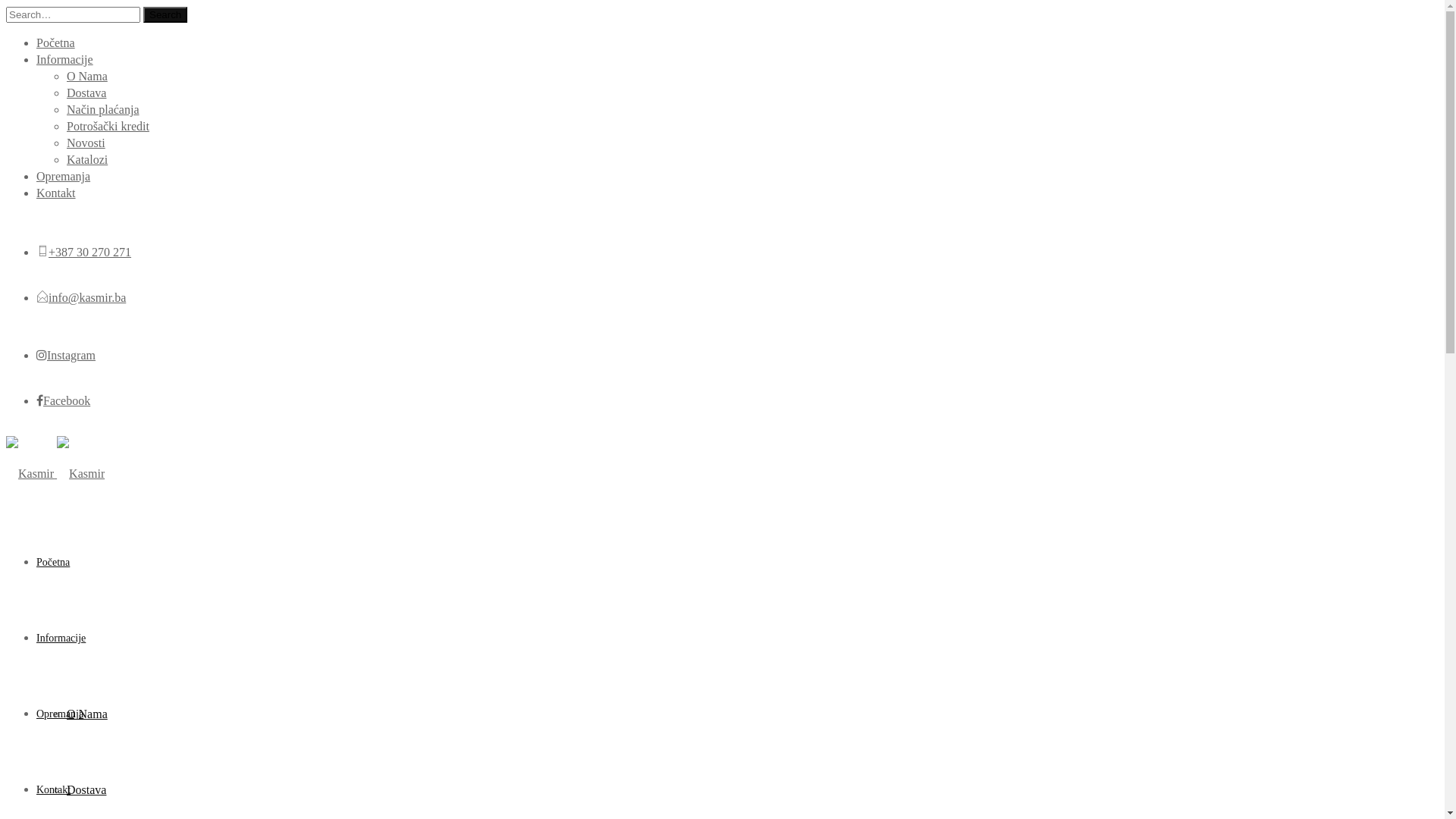  What do you see at coordinates (86, 159) in the screenshot?
I see `'Katalozi'` at bounding box center [86, 159].